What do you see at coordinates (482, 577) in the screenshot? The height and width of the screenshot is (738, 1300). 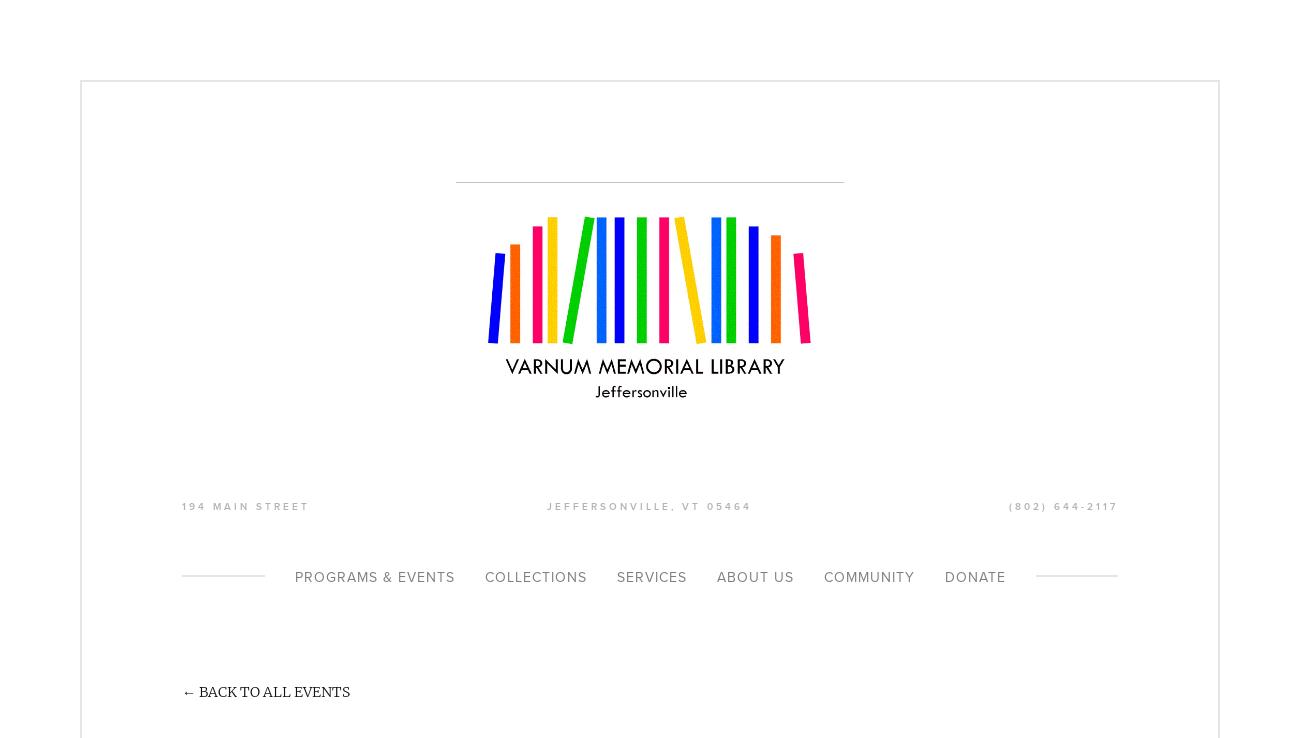 I see `'Collections'` at bounding box center [482, 577].